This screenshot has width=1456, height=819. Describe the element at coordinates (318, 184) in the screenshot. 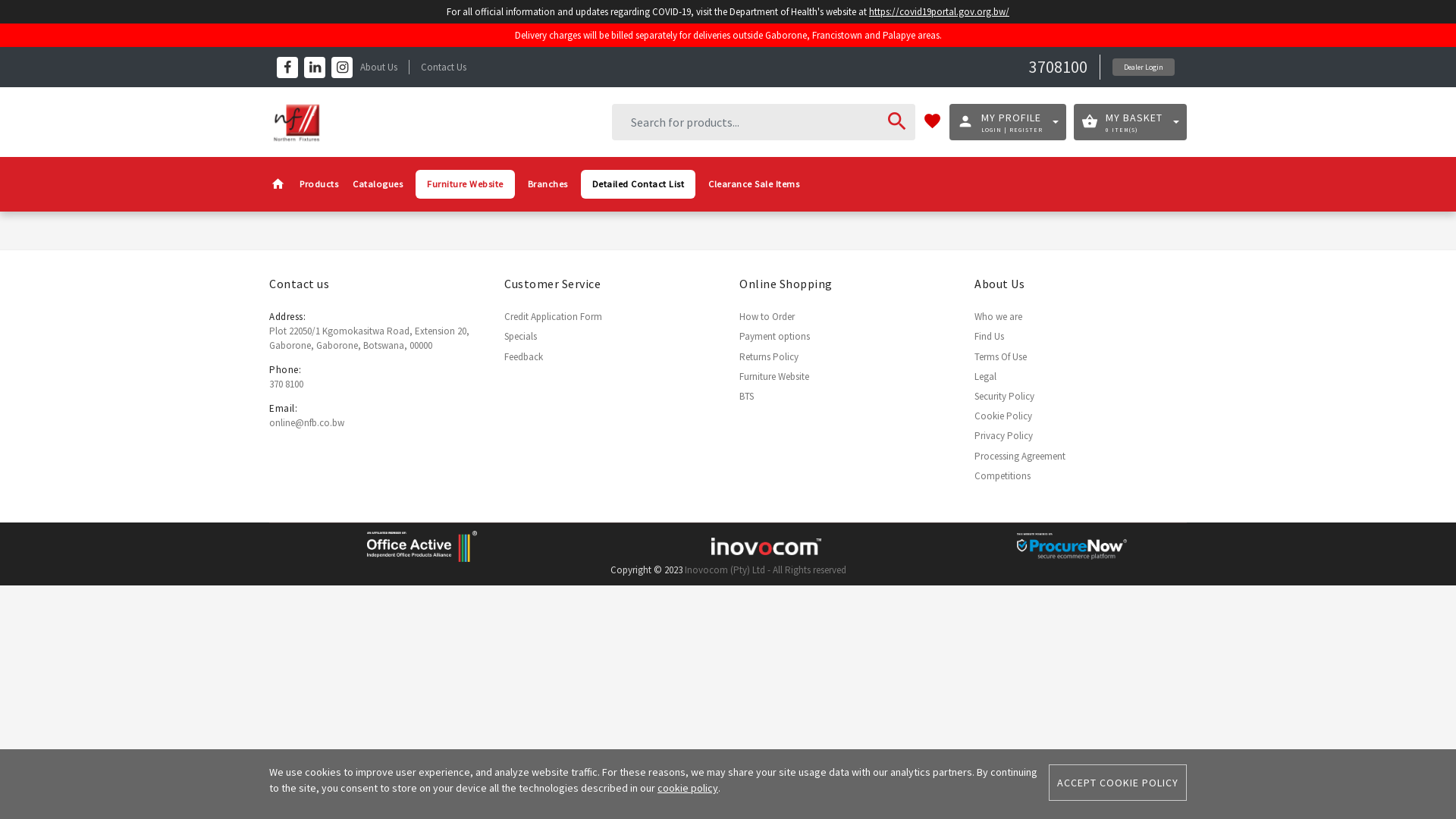

I see `'Products'` at that location.